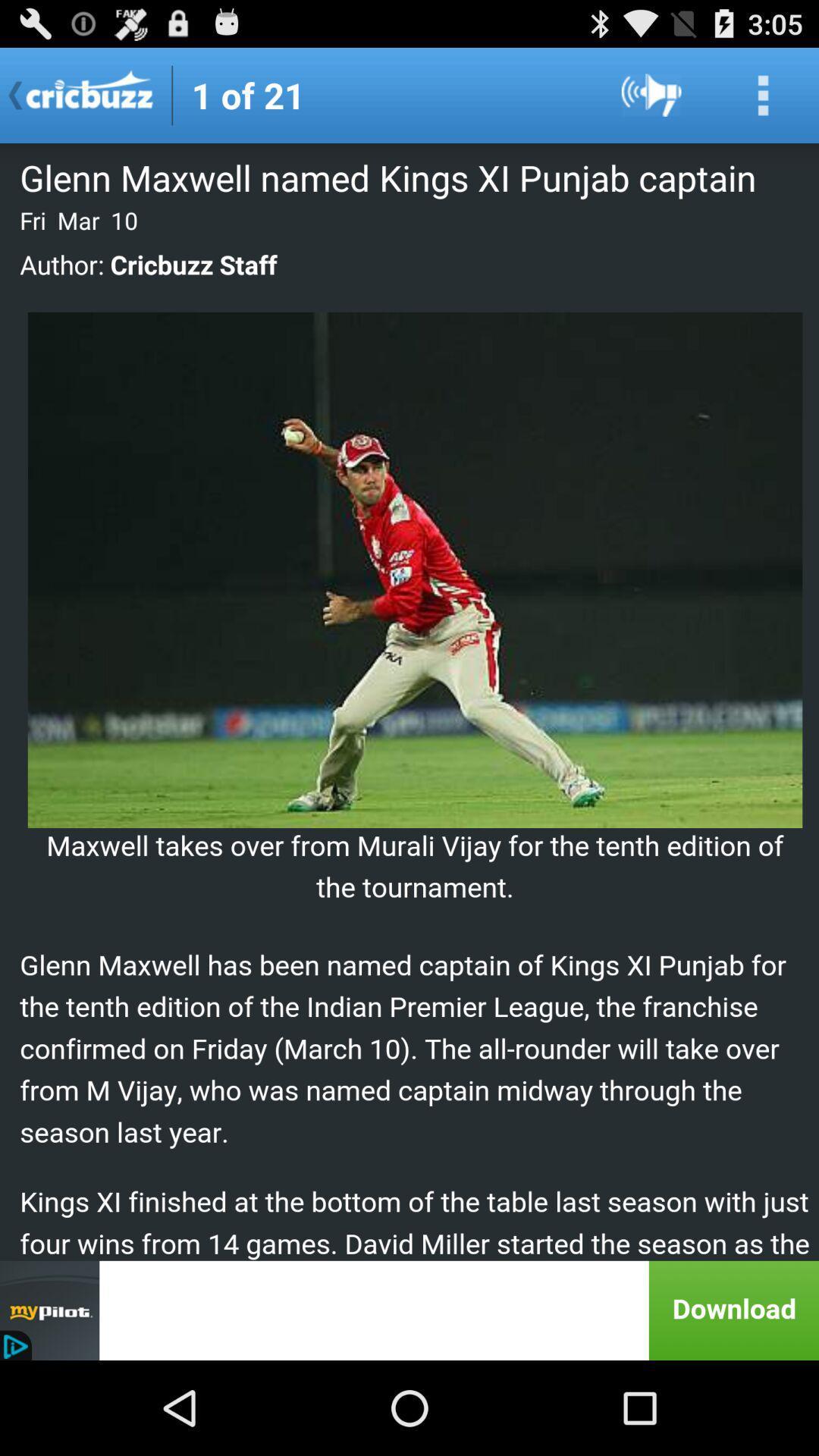 This screenshot has height=1456, width=819. What do you see at coordinates (651, 94) in the screenshot?
I see `sound` at bounding box center [651, 94].